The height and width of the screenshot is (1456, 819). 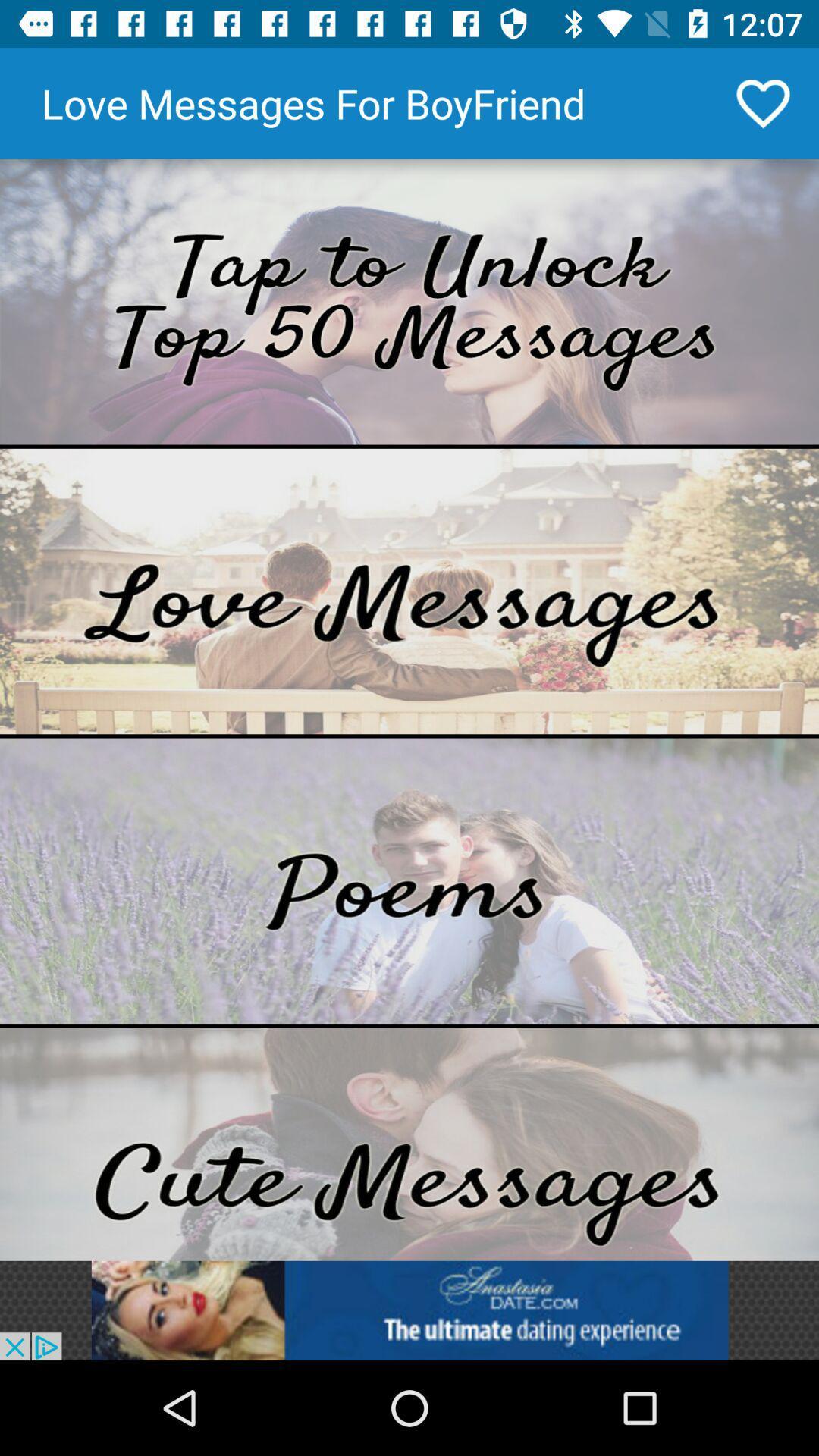 I want to click on af, so click(x=409, y=590).